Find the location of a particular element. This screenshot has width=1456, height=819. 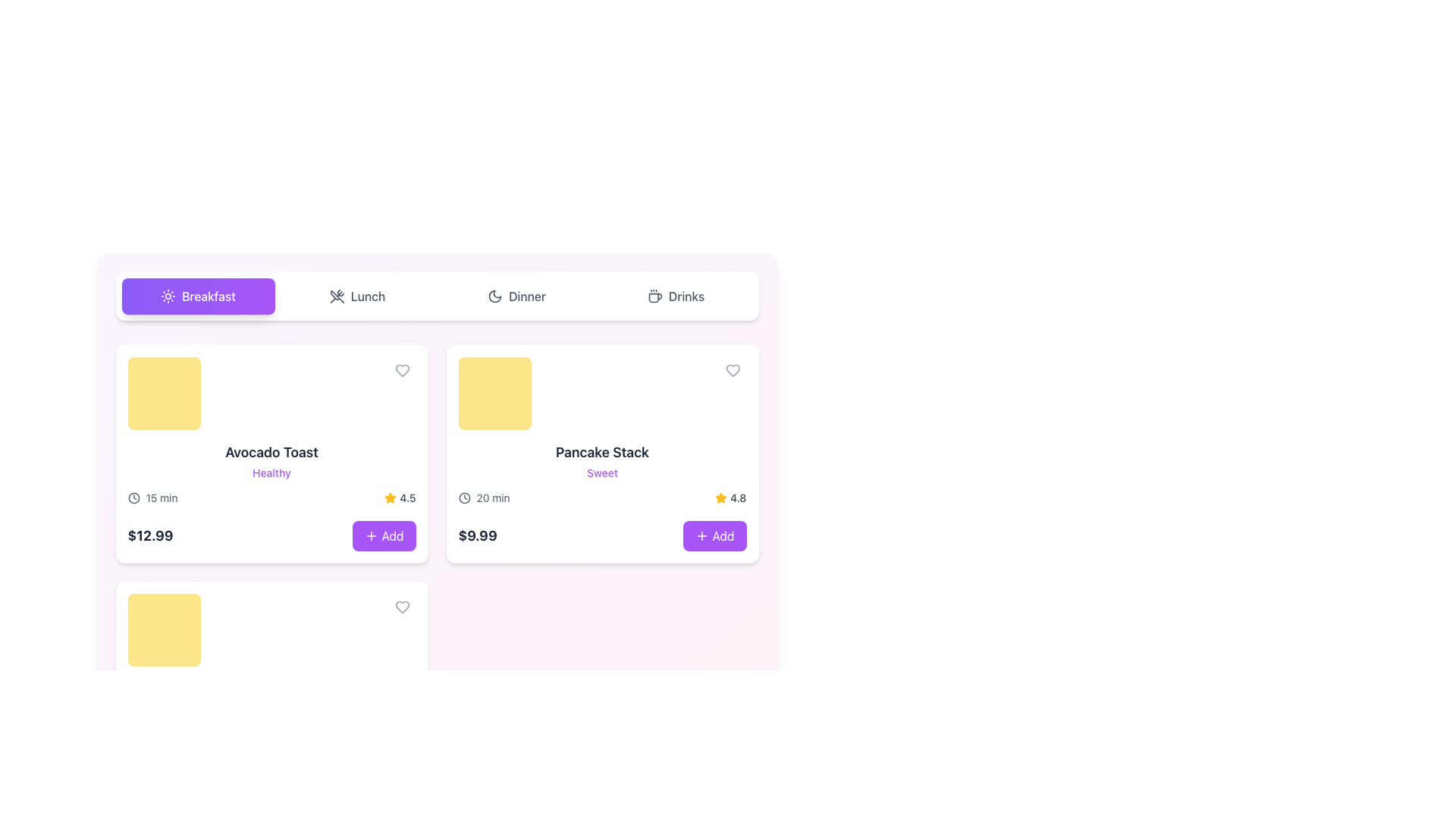

the button located to the right of the price label ('$9.99') is located at coordinates (714, 535).